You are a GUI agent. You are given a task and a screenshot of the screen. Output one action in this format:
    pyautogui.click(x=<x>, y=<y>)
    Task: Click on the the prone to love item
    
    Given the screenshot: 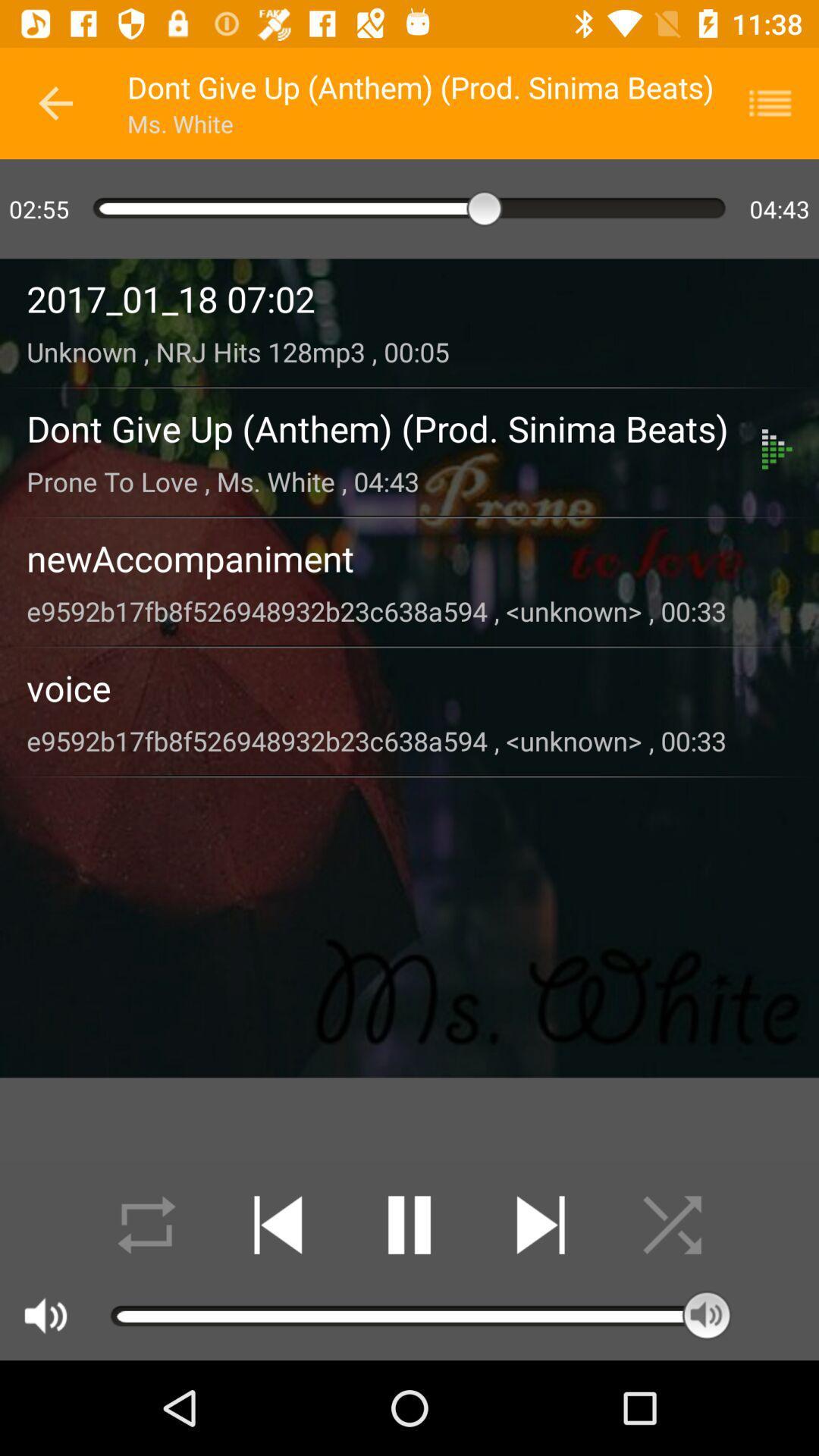 What is the action you would take?
    pyautogui.click(x=394, y=480)
    